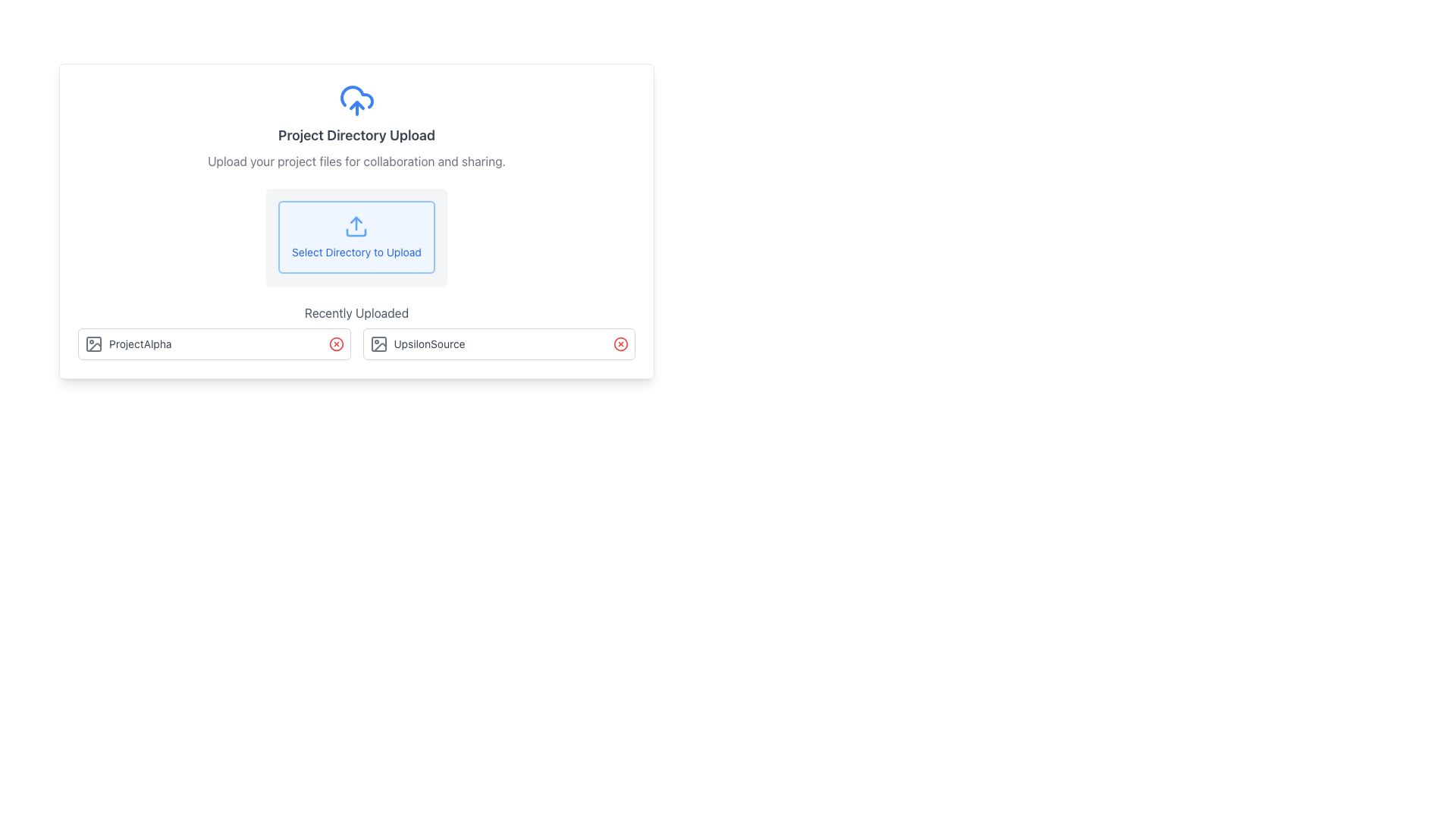  I want to click on the button labeled 'Select Directory to Upload' with an upload icon above it, so click(356, 221).